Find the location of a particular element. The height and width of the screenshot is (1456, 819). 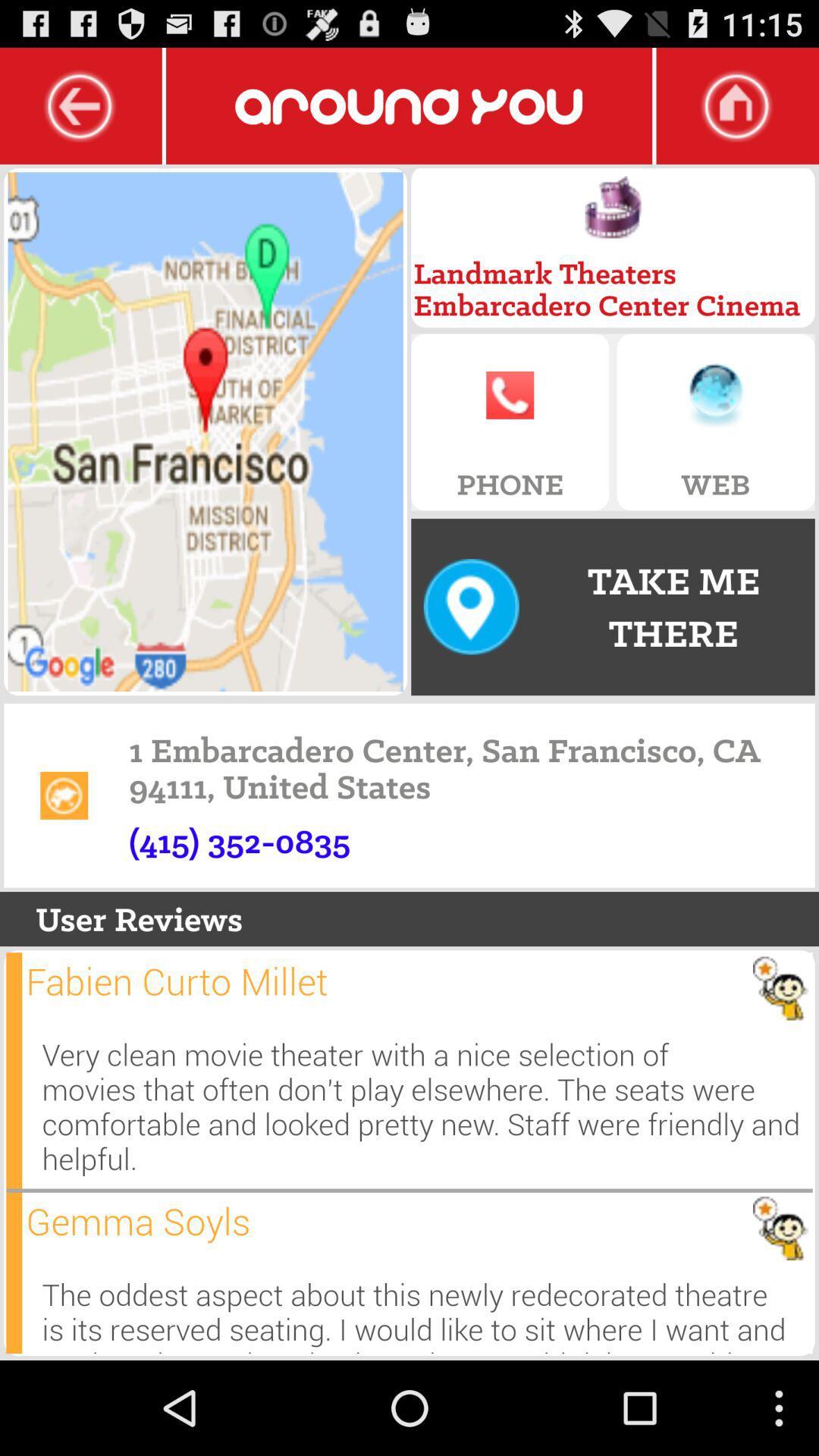

very clean movie icon is located at coordinates (427, 1106).